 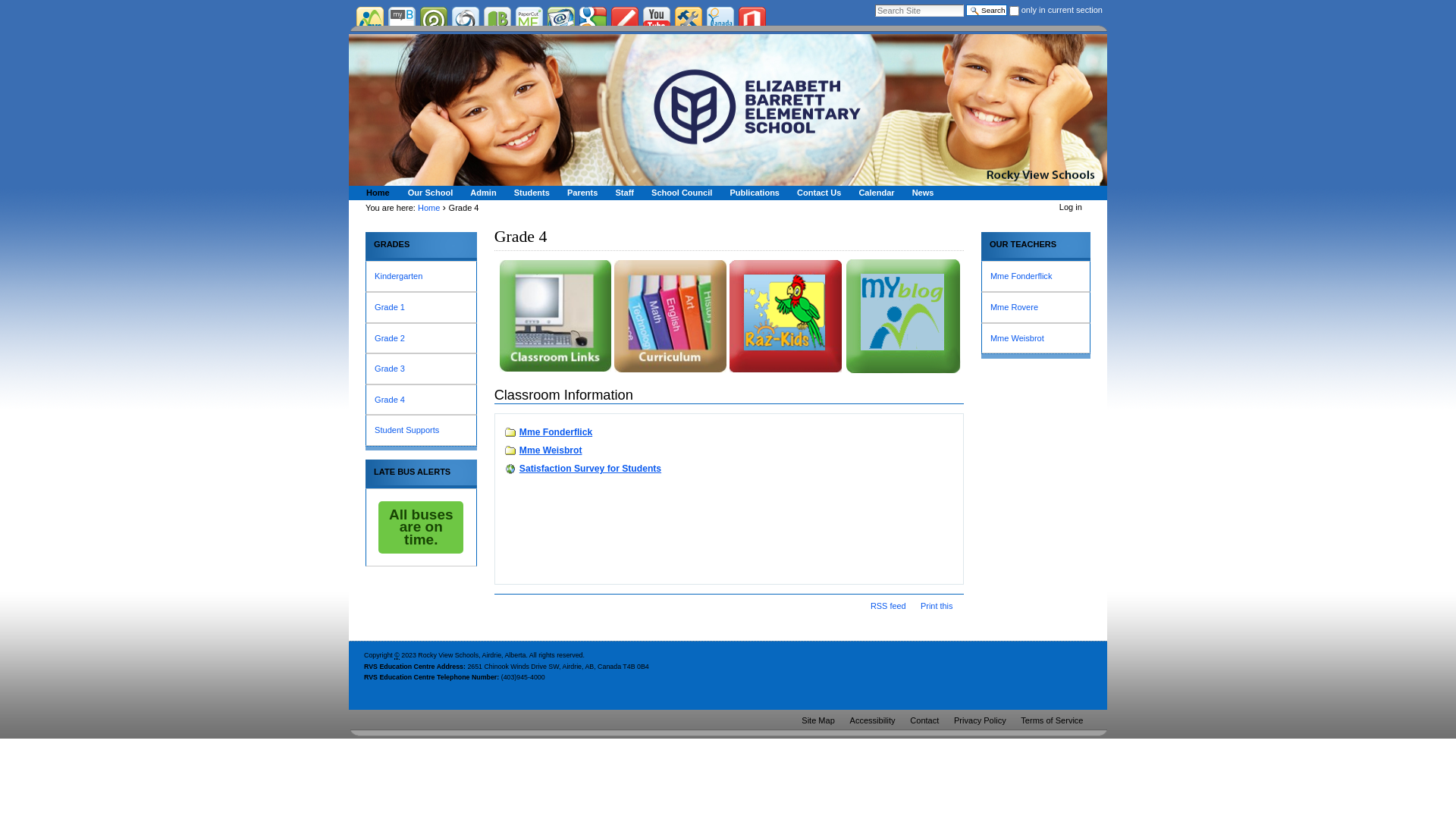 I want to click on 'RVS Gmail', so click(x=560, y=20).